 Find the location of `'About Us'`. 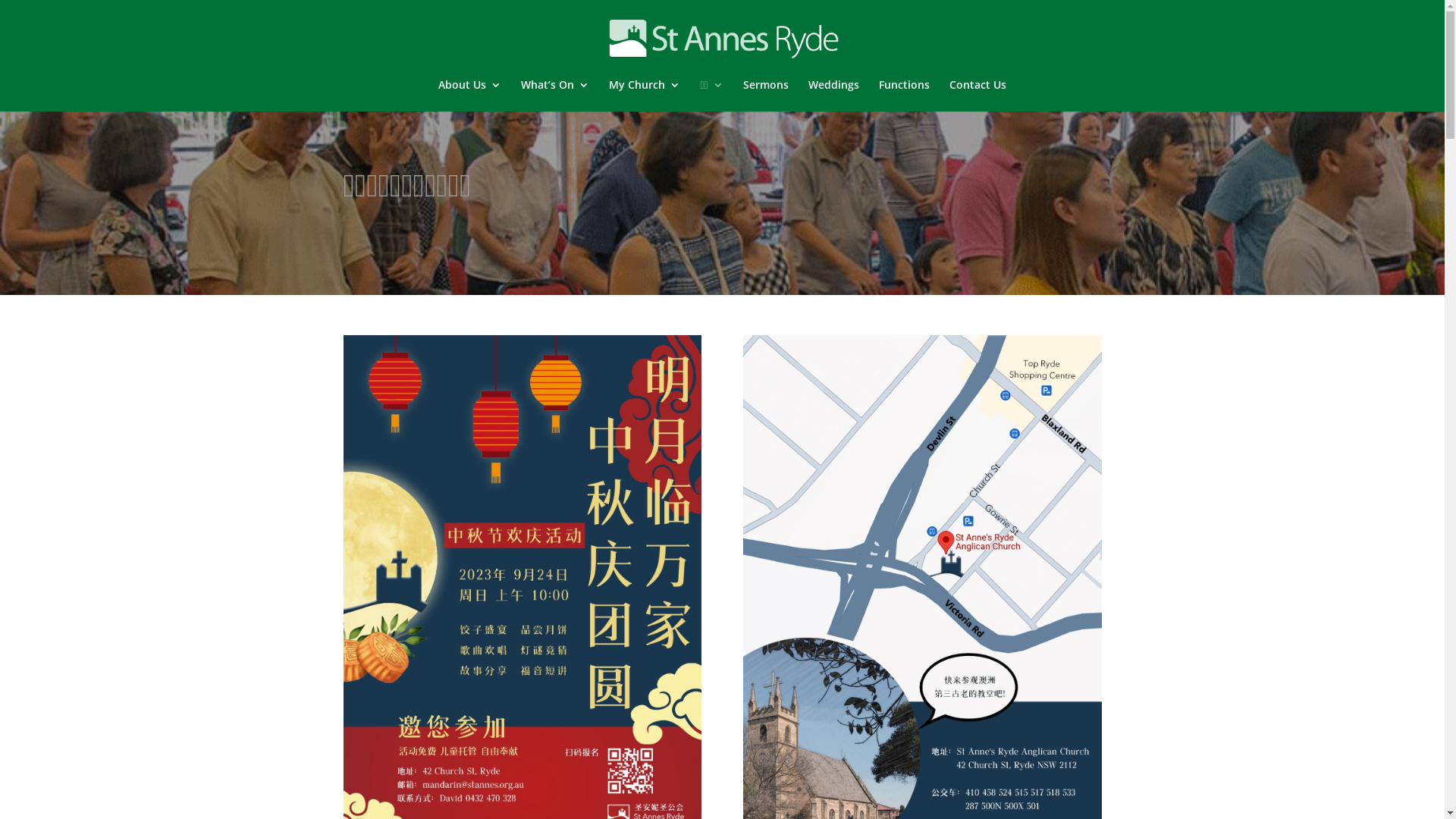

'About Us' is located at coordinates (469, 96).